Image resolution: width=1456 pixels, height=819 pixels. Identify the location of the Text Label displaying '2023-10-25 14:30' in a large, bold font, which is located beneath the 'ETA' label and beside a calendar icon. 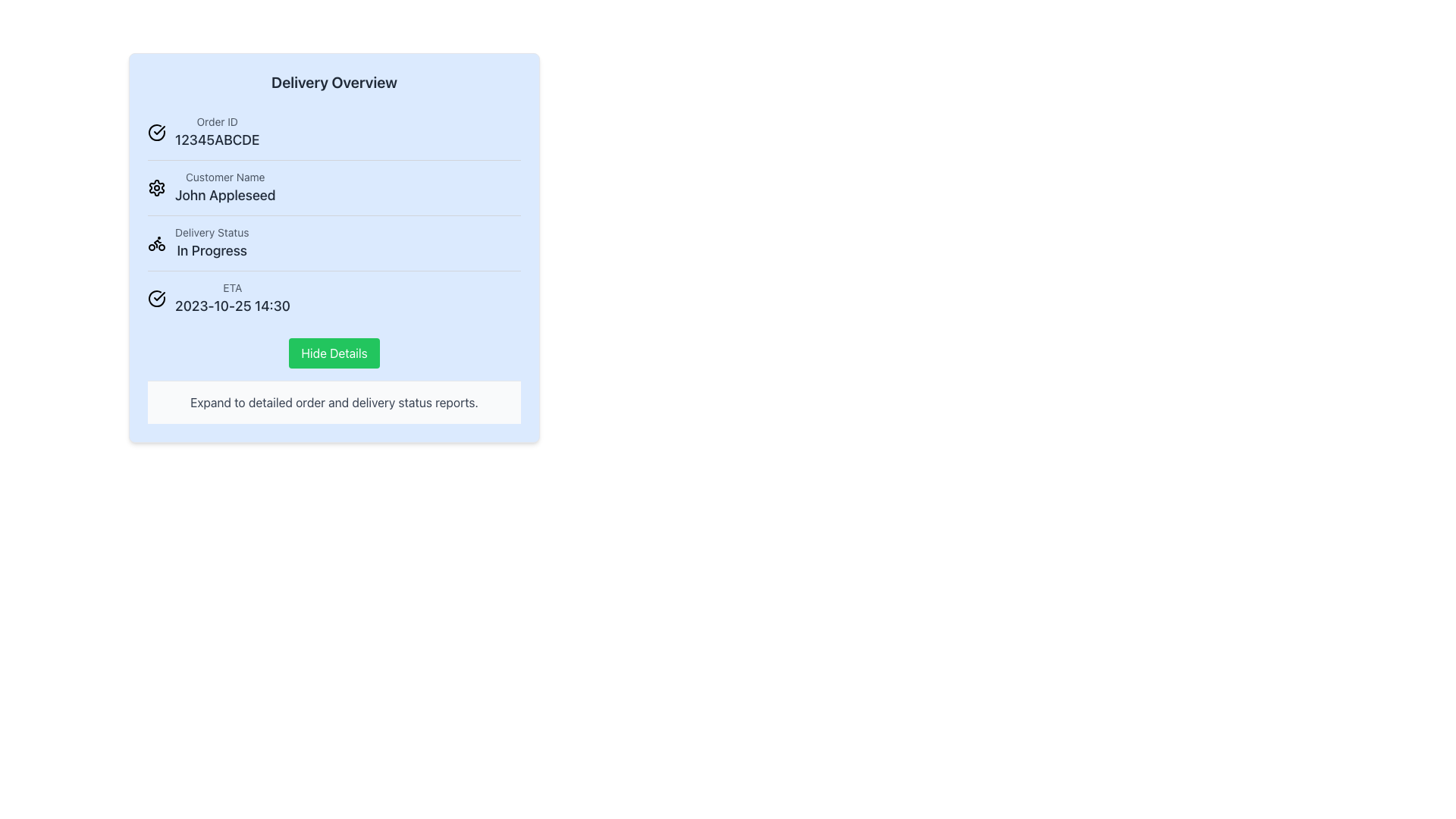
(232, 306).